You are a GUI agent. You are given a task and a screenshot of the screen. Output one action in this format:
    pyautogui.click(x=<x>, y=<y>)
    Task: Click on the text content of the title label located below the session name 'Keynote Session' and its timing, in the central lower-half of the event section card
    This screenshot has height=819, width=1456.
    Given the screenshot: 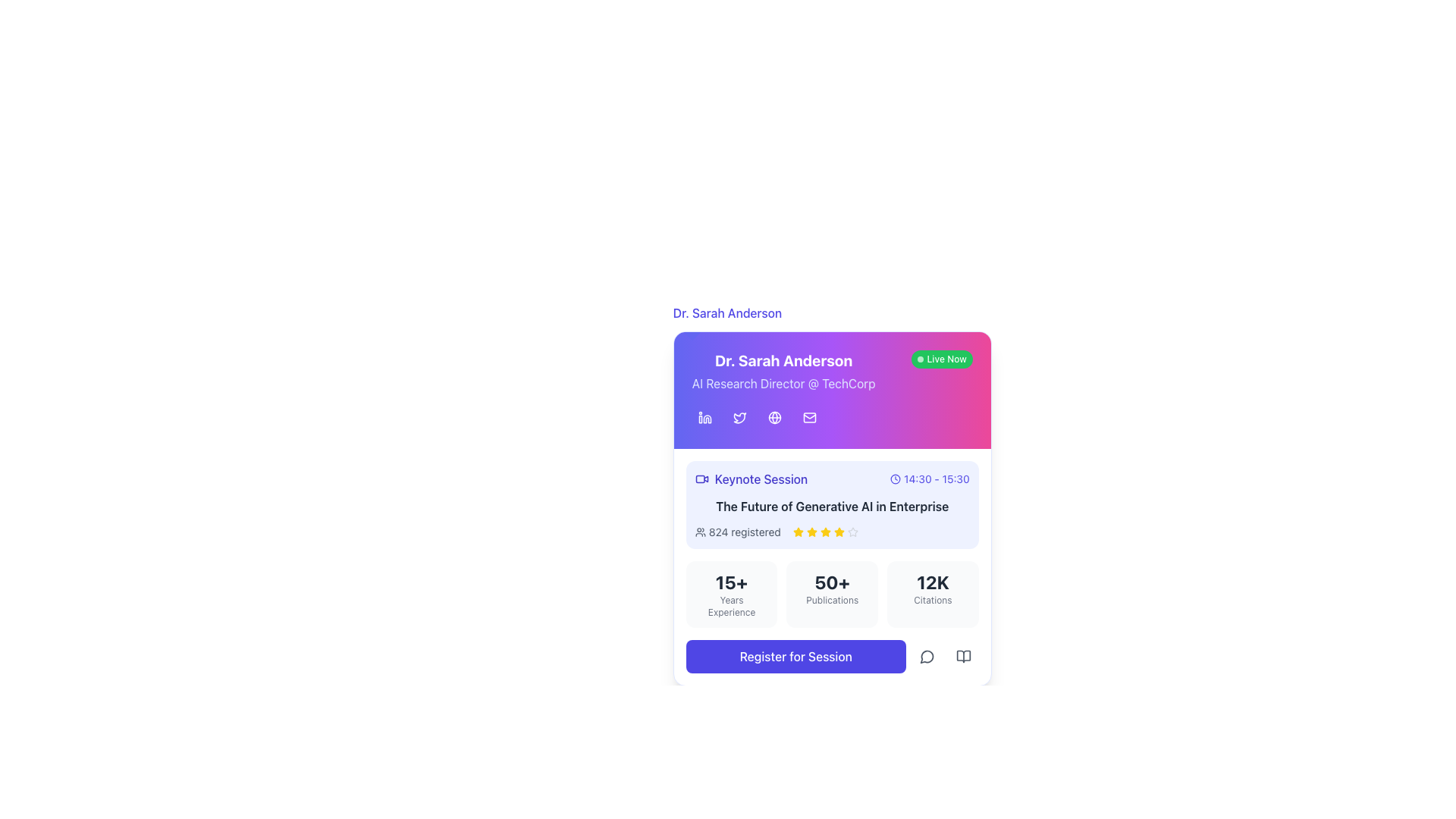 What is the action you would take?
    pyautogui.click(x=831, y=506)
    